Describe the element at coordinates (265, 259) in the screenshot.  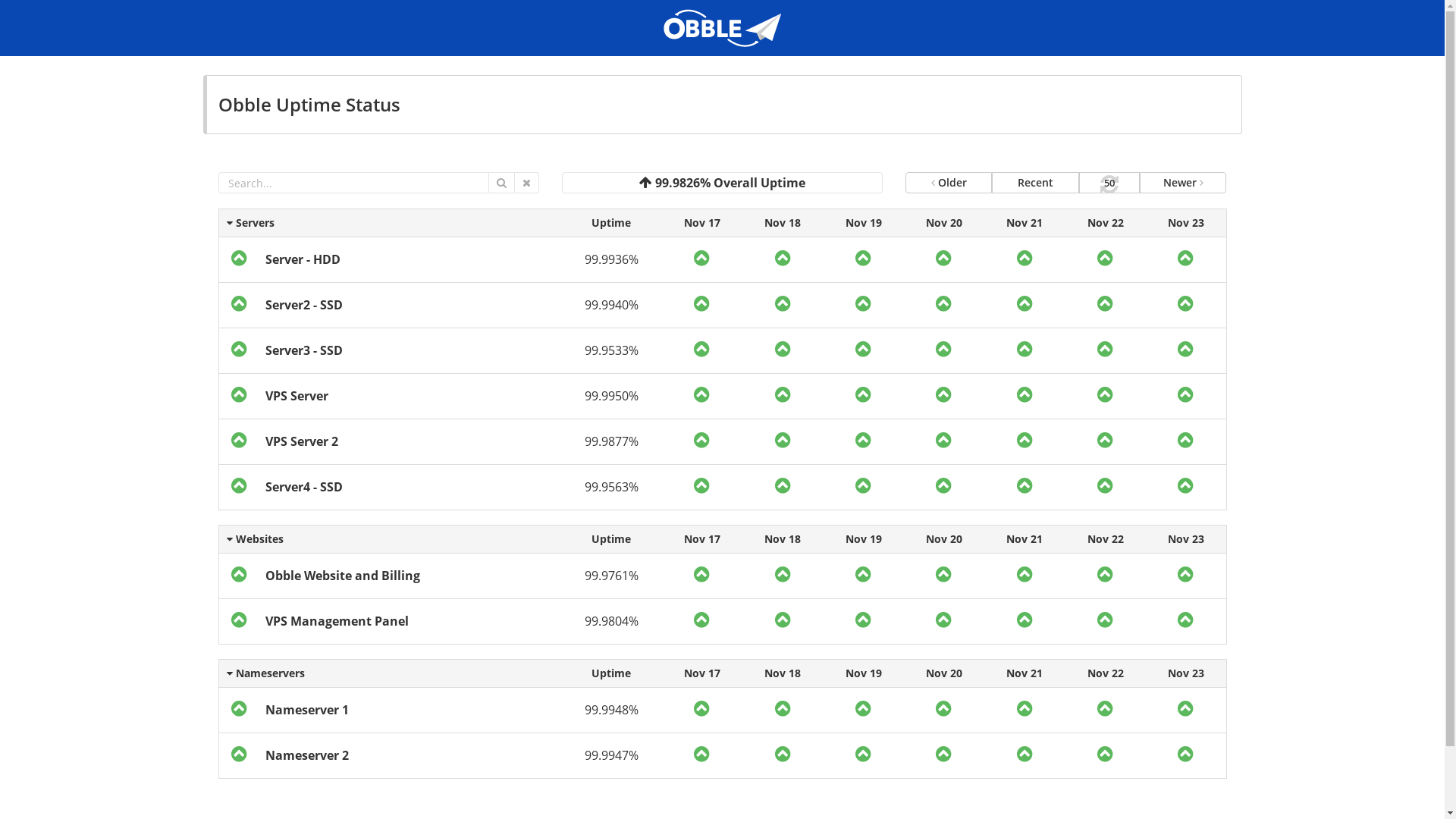
I see `'Server - HDD'` at that location.